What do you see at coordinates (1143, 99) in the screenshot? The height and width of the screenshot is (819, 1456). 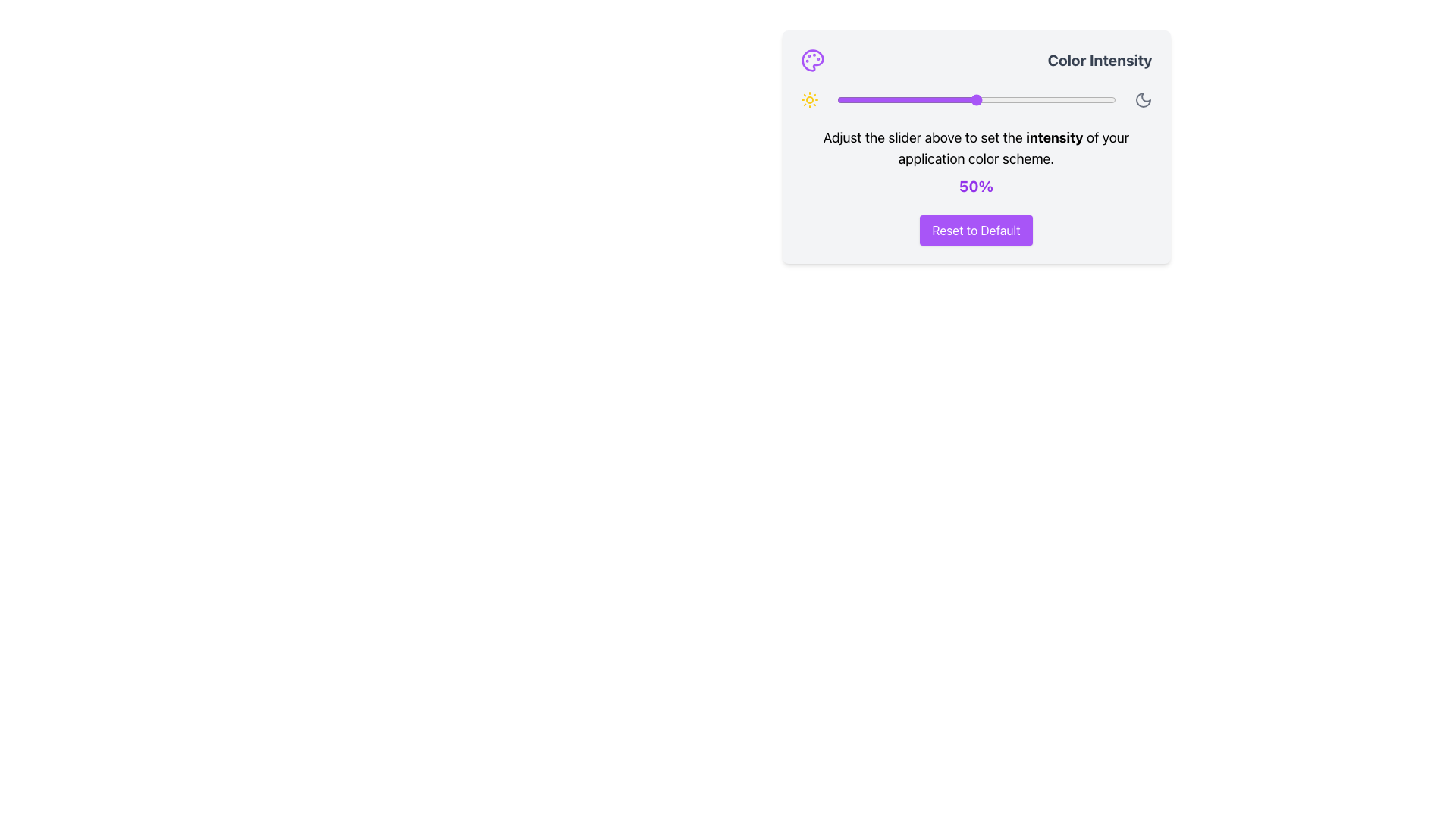 I see `the moon icon that indicates the theme or mode setting related to nighttime or dark mode functionality, located near the top-left corner of the settings interface` at bounding box center [1143, 99].